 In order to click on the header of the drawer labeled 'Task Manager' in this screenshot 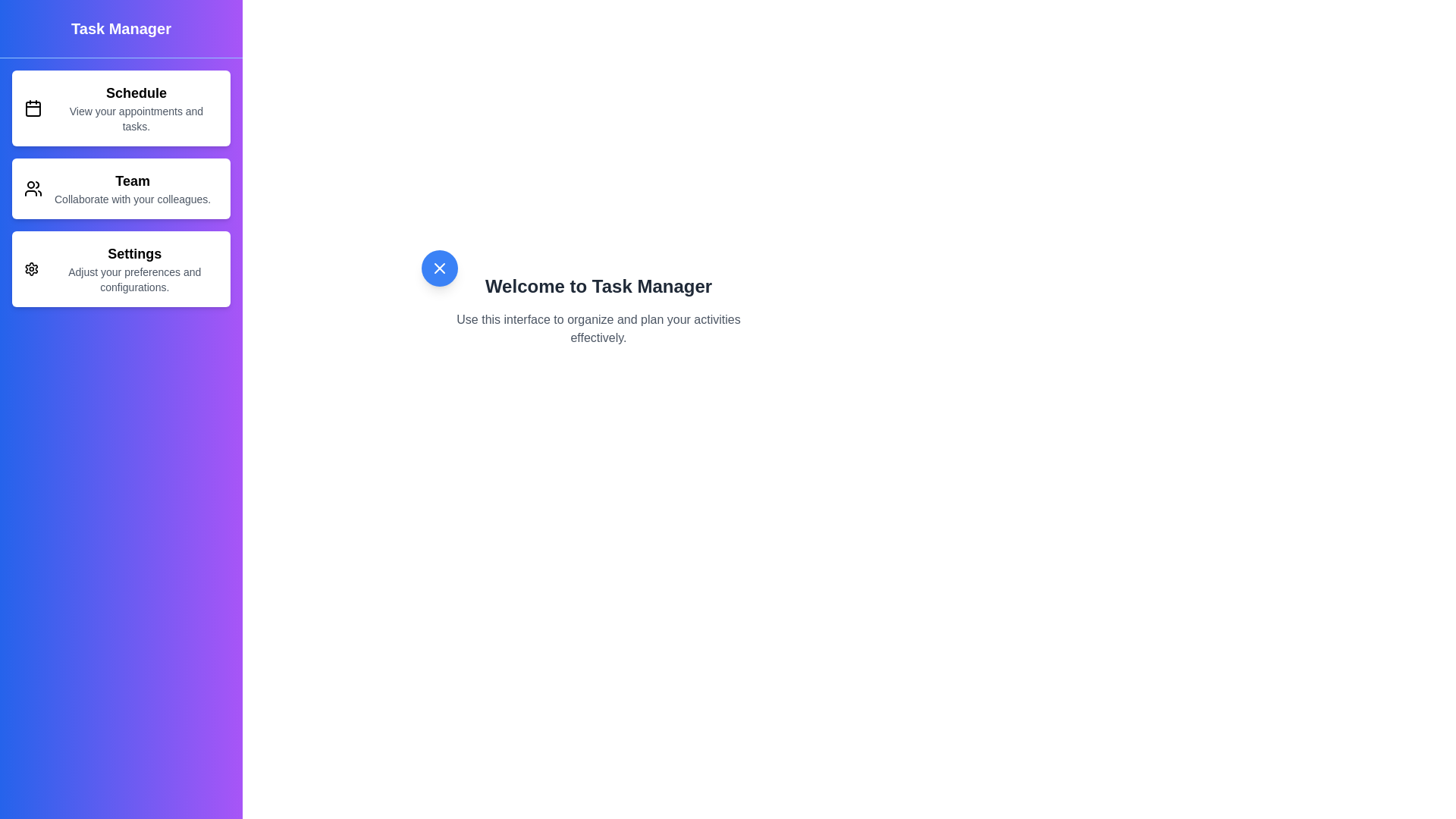, I will do `click(120, 29)`.